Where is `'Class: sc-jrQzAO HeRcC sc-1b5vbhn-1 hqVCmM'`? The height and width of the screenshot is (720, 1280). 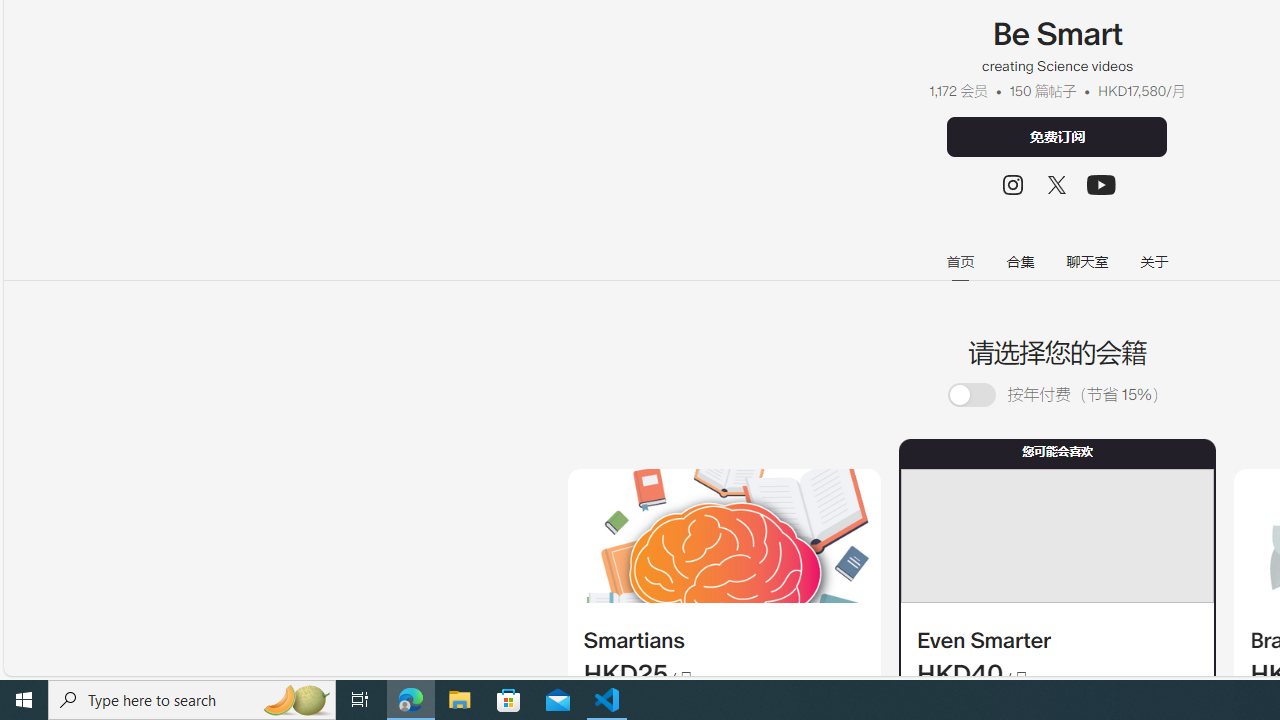
'Class: sc-jrQzAO HeRcC sc-1b5vbhn-1 hqVCmM' is located at coordinates (1101, 185).